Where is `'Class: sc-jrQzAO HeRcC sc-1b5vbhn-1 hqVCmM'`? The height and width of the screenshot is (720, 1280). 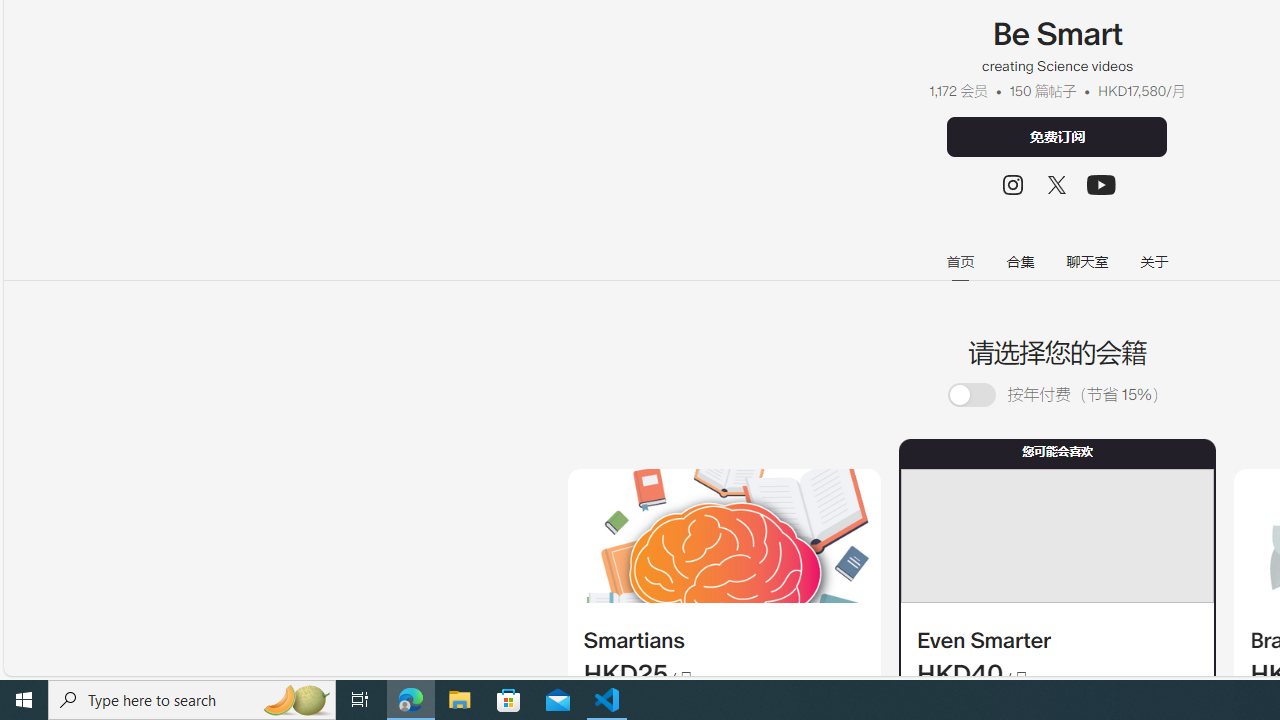
'Class: sc-jrQzAO HeRcC sc-1b5vbhn-1 hqVCmM' is located at coordinates (1101, 185).